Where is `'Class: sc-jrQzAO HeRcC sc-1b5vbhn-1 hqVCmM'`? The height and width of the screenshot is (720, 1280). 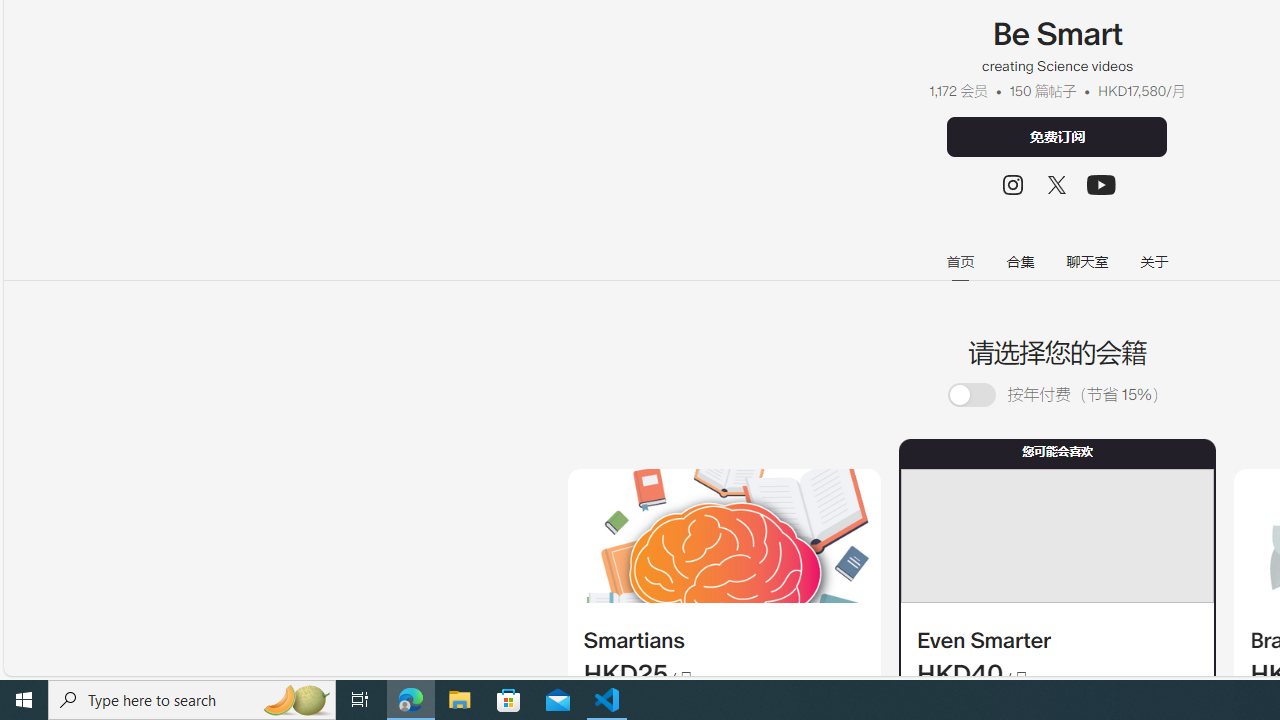
'Class: sc-jrQzAO HeRcC sc-1b5vbhn-1 hqVCmM' is located at coordinates (1101, 185).